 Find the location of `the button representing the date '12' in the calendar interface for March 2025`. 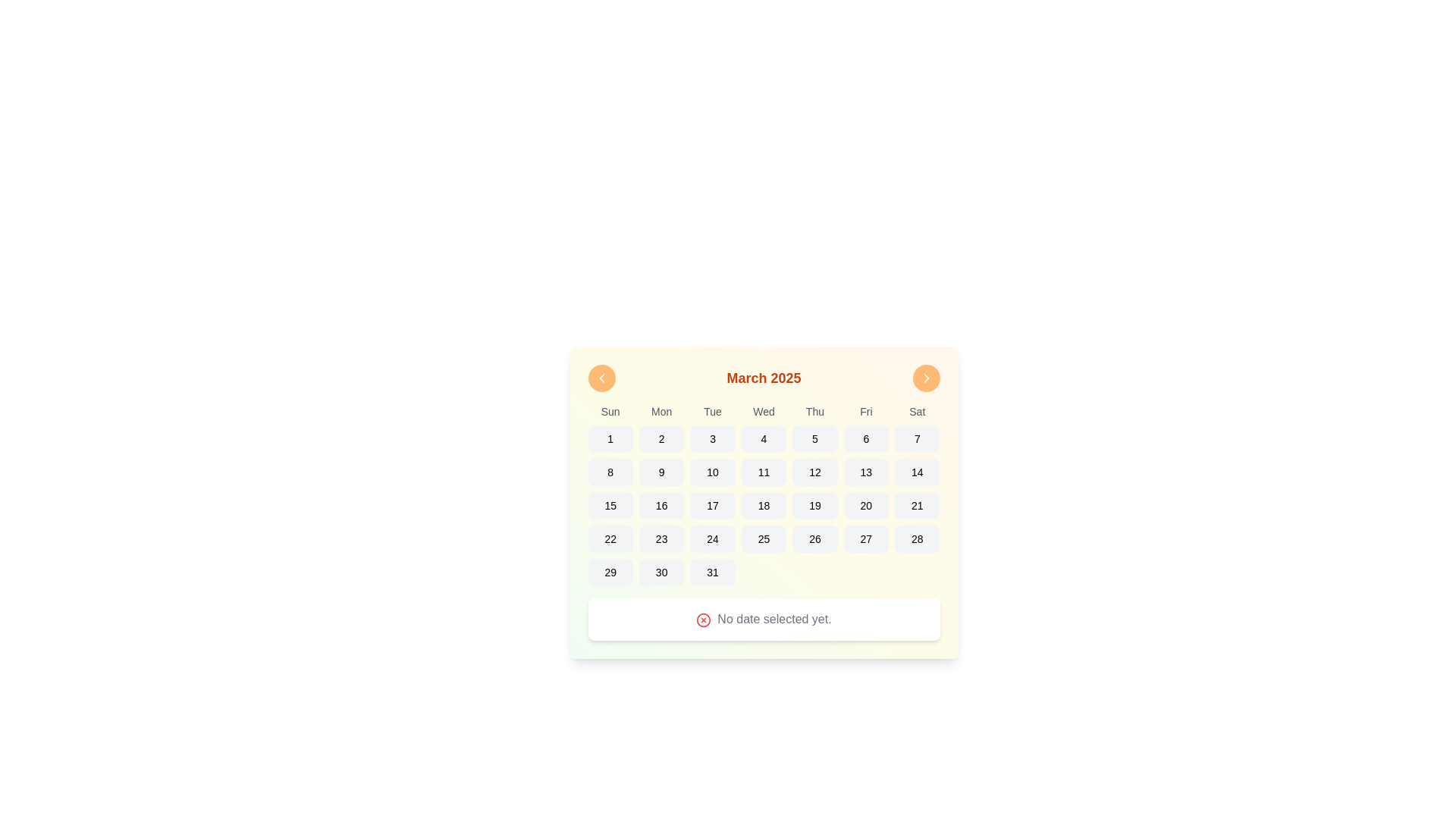

the button representing the date '12' in the calendar interface for March 2025 is located at coordinates (814, 472).